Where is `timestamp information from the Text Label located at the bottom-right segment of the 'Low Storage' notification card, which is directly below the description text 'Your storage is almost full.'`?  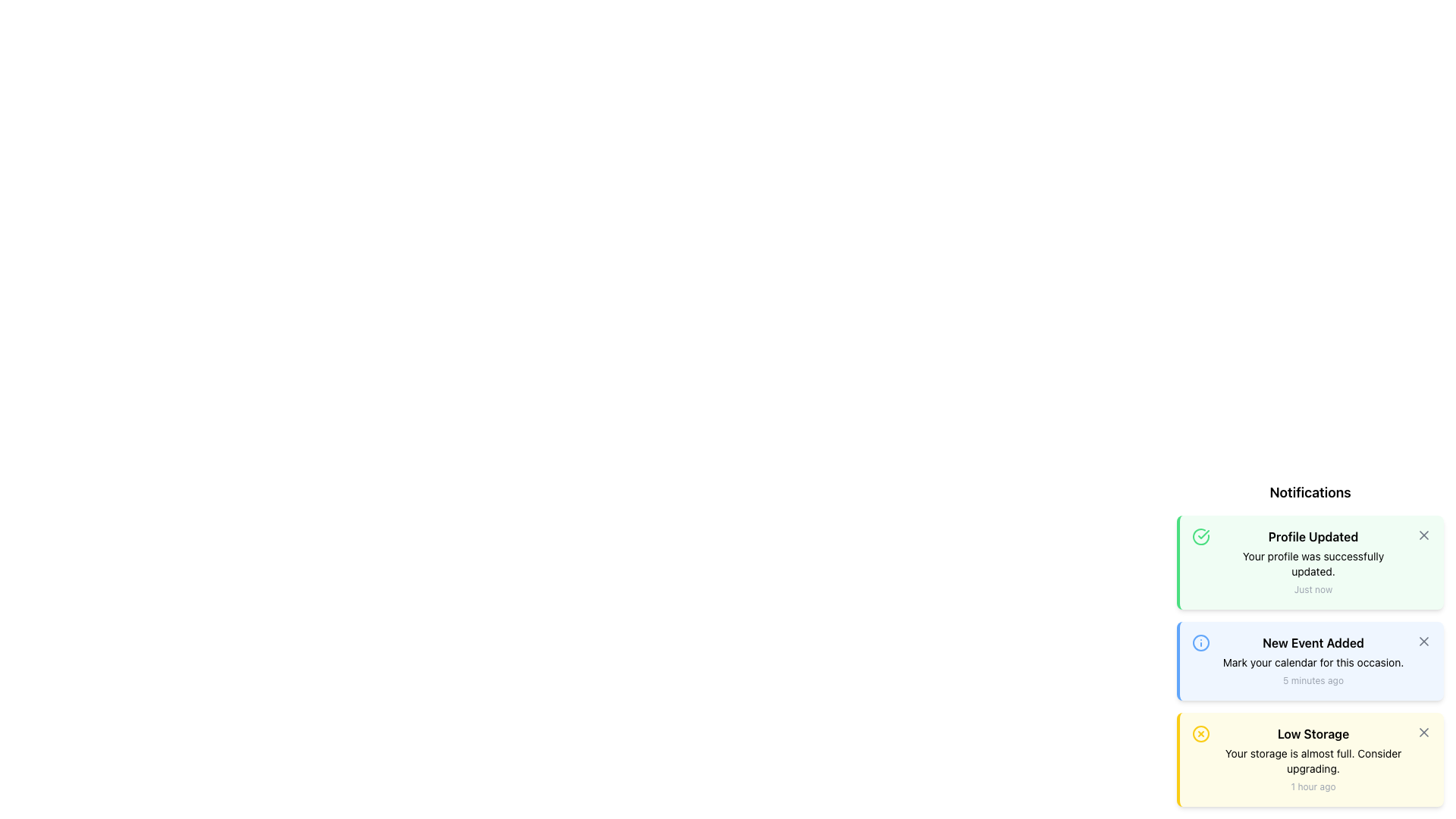 timestamp information from the Text Label located at the bottom-right segment of the 'Low Storage' notification card, which is directly below the description text 'Your storage is almost full.' is located at coordinates (1313, 786).